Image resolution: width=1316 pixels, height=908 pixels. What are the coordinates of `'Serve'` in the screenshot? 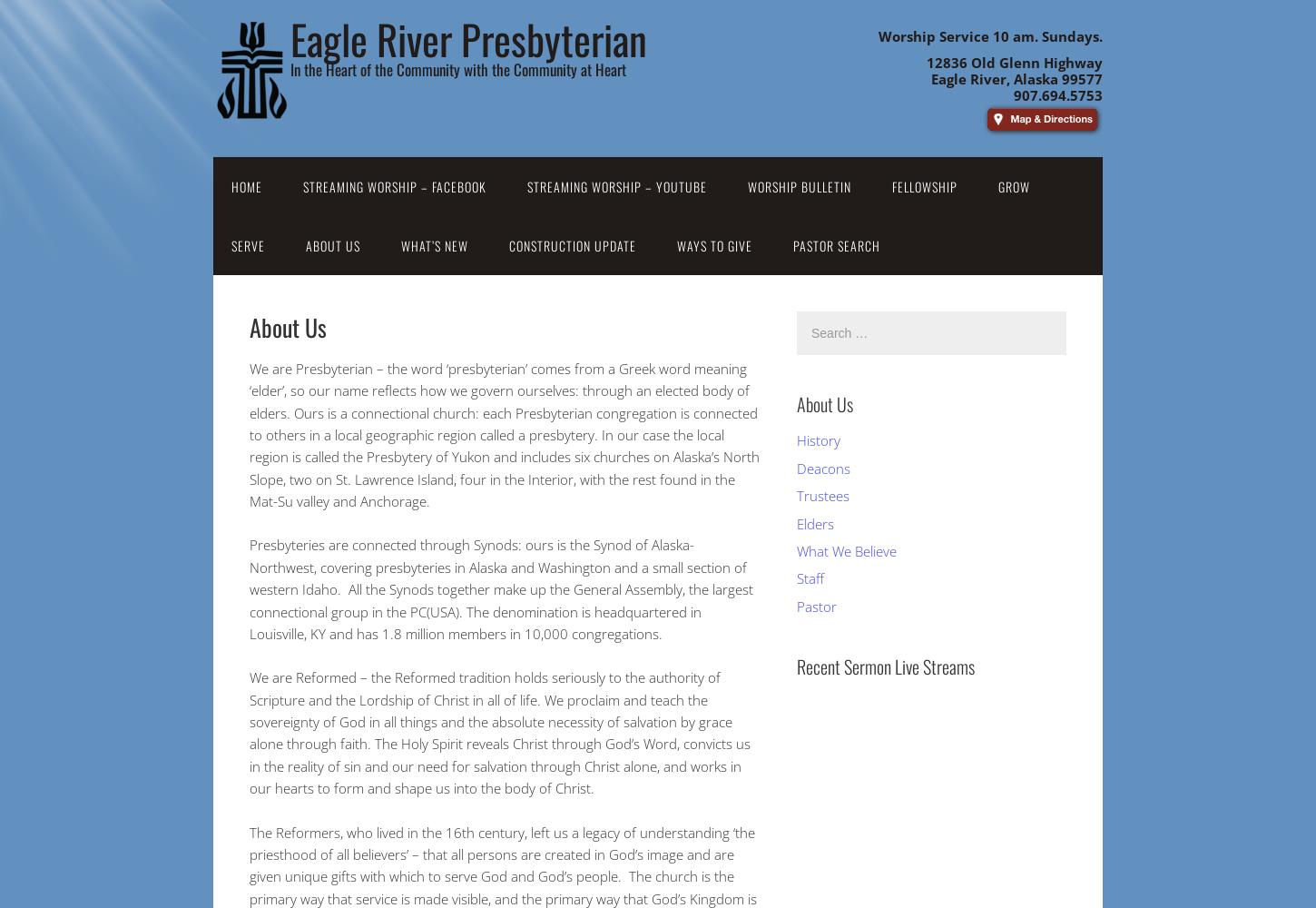 It's located at (248, 245).